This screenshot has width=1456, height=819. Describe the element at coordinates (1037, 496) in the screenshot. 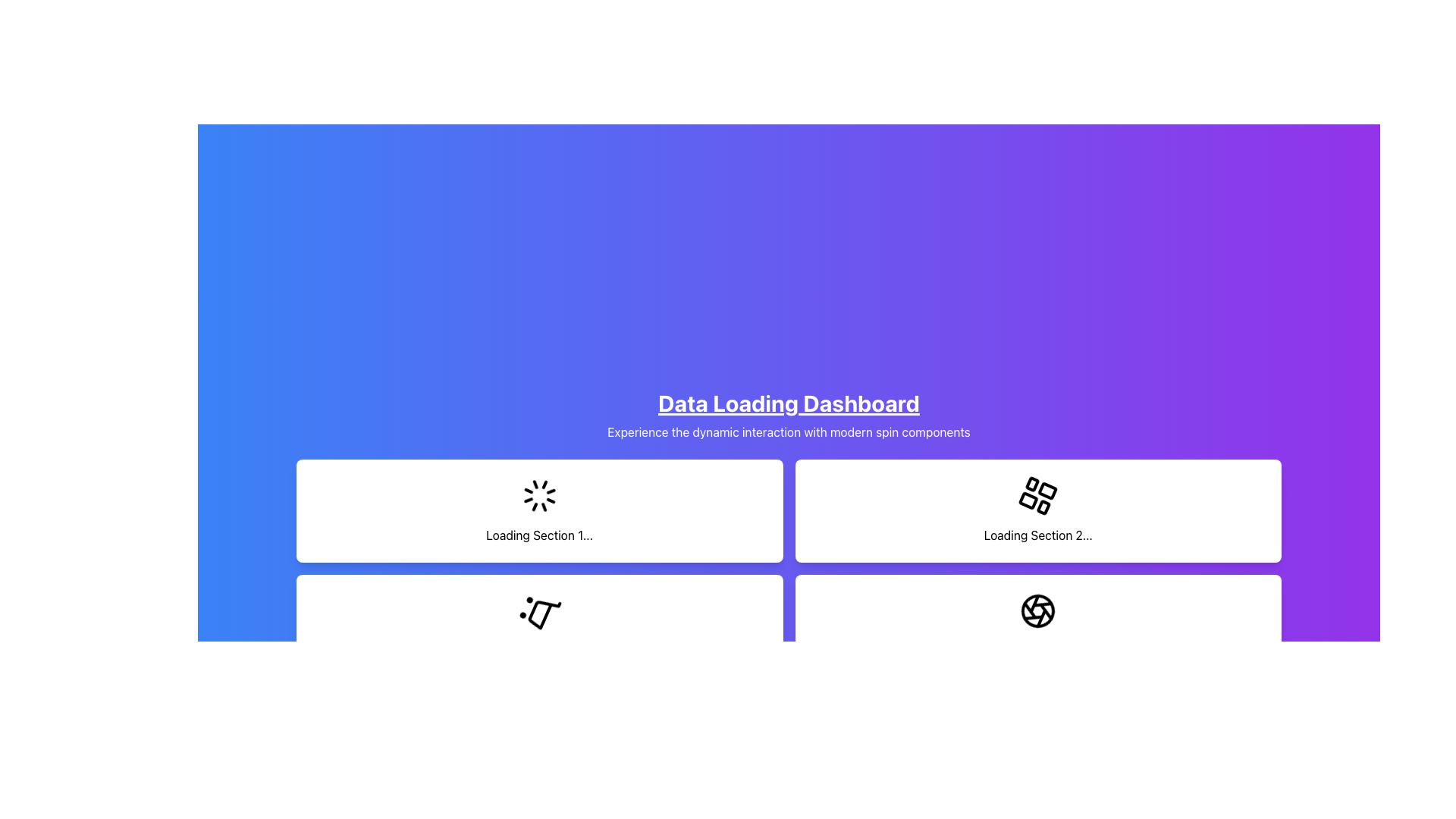

I see `the loading icon located in the top right quadrant of the dashboard interface, which symbolizes activity related to the loading or processing status of 'Loading Section 2...'` at that location.